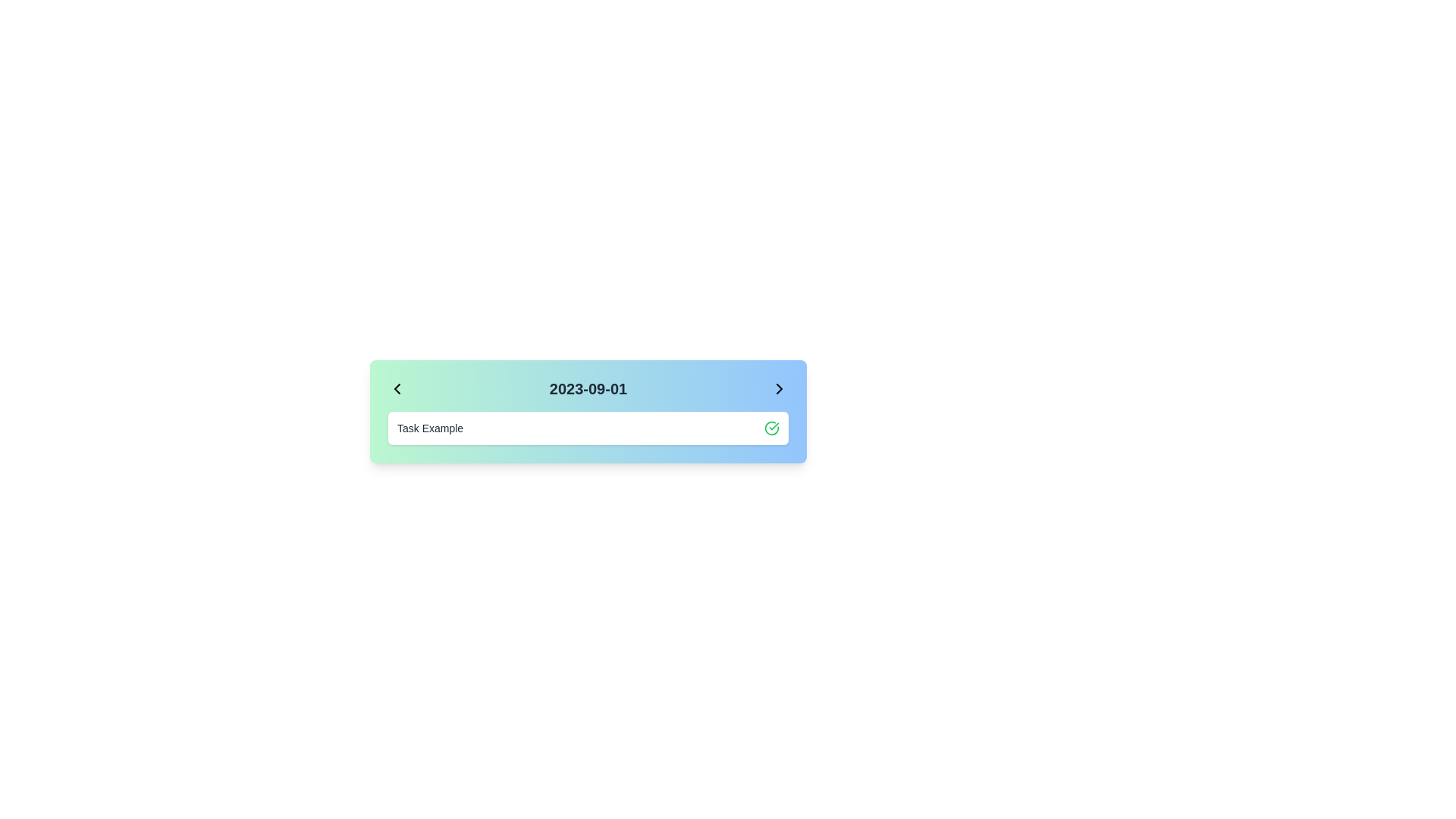 The height and width of the screenshot is (819, 1456). Describe the element at coordinates (779, 388) in the screenshot. I see `the 'ChevronRight' icon to navigate to the next day` at that location.